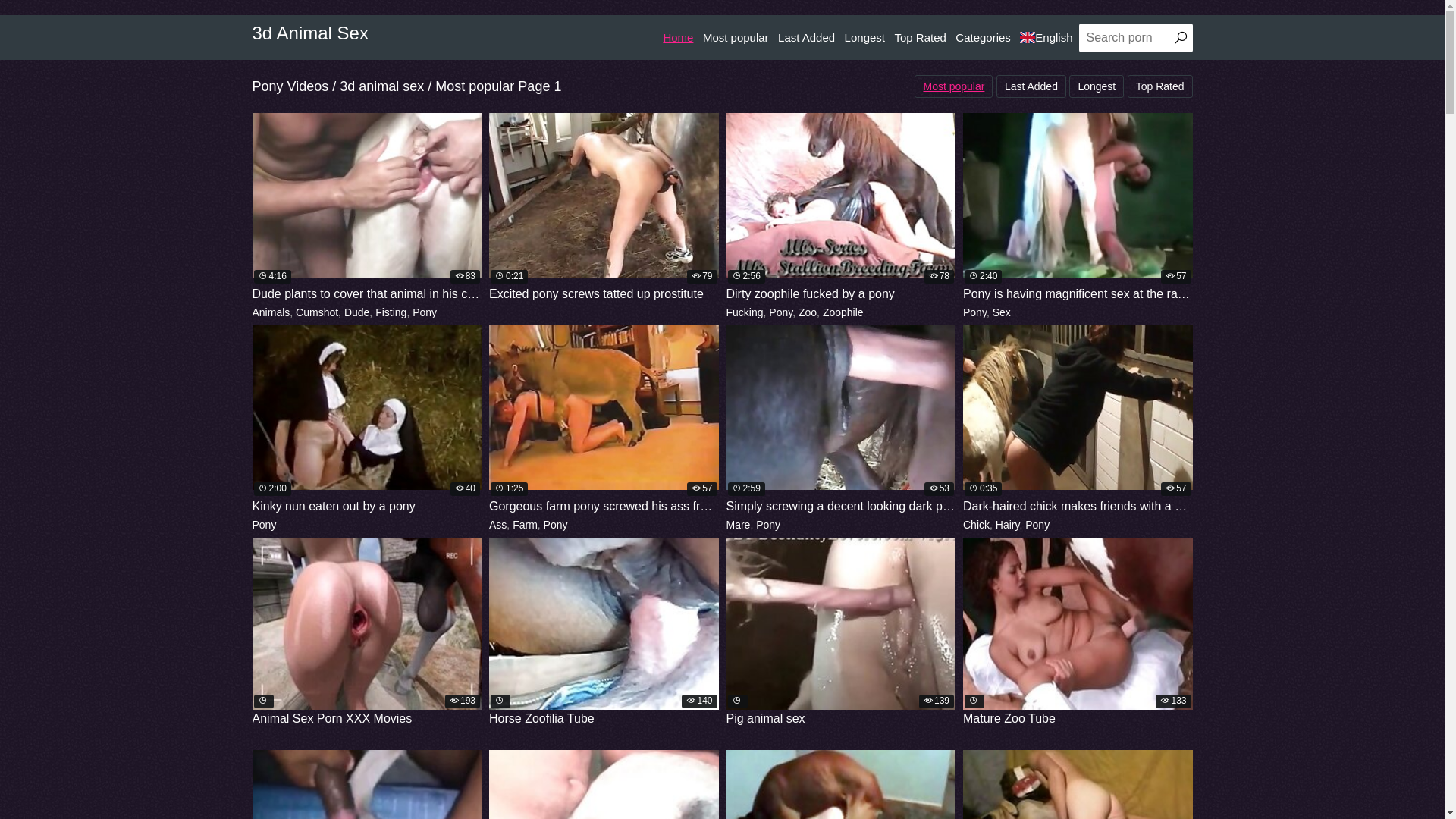 This screenshot has height=819, width=1456. Describe the element at coordinates (983, 37) in the screenshot. I see `'Categories'` at that location.